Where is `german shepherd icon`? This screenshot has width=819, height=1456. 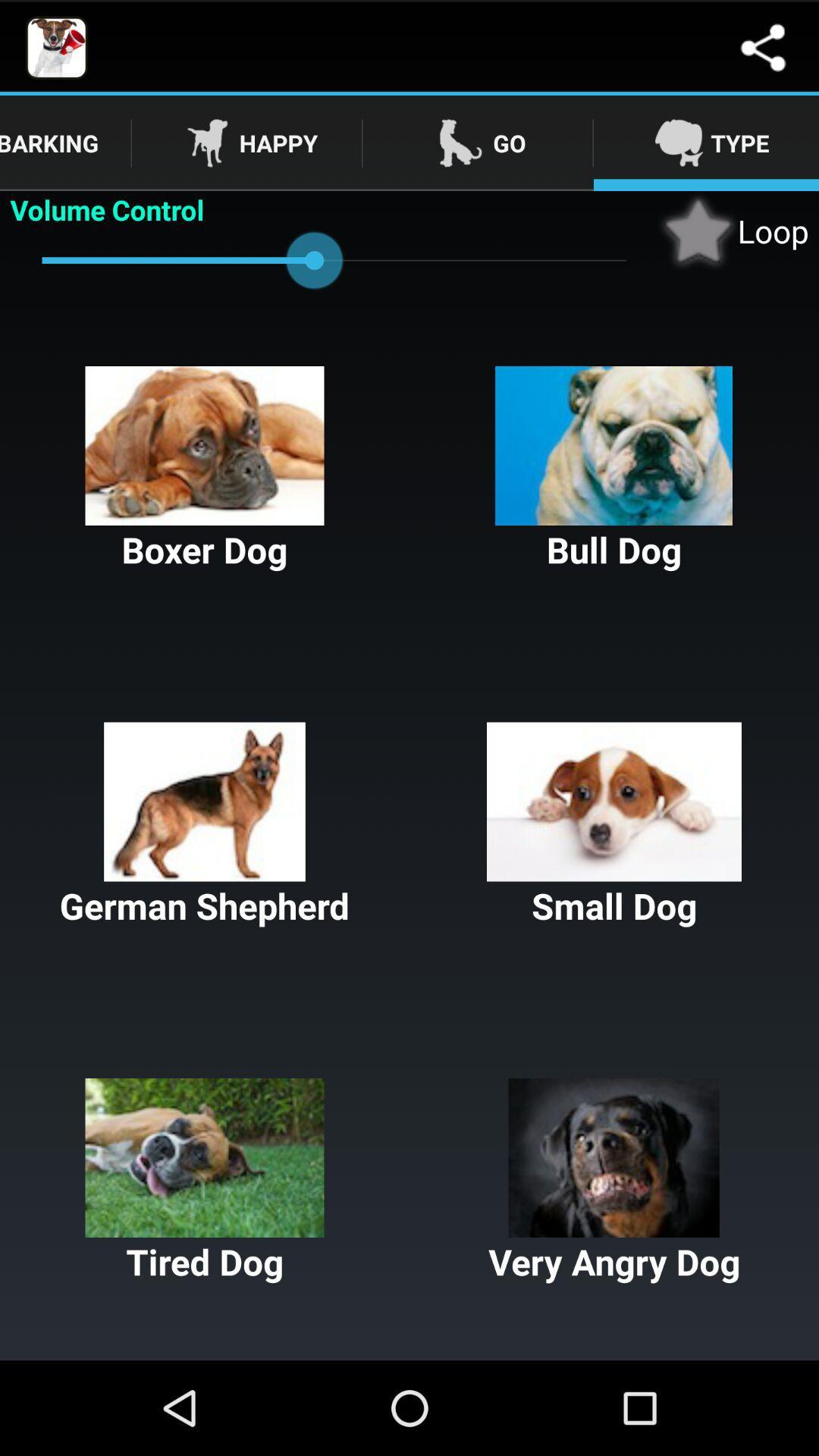 german shepherd icon is located at coordinates (205, 825).